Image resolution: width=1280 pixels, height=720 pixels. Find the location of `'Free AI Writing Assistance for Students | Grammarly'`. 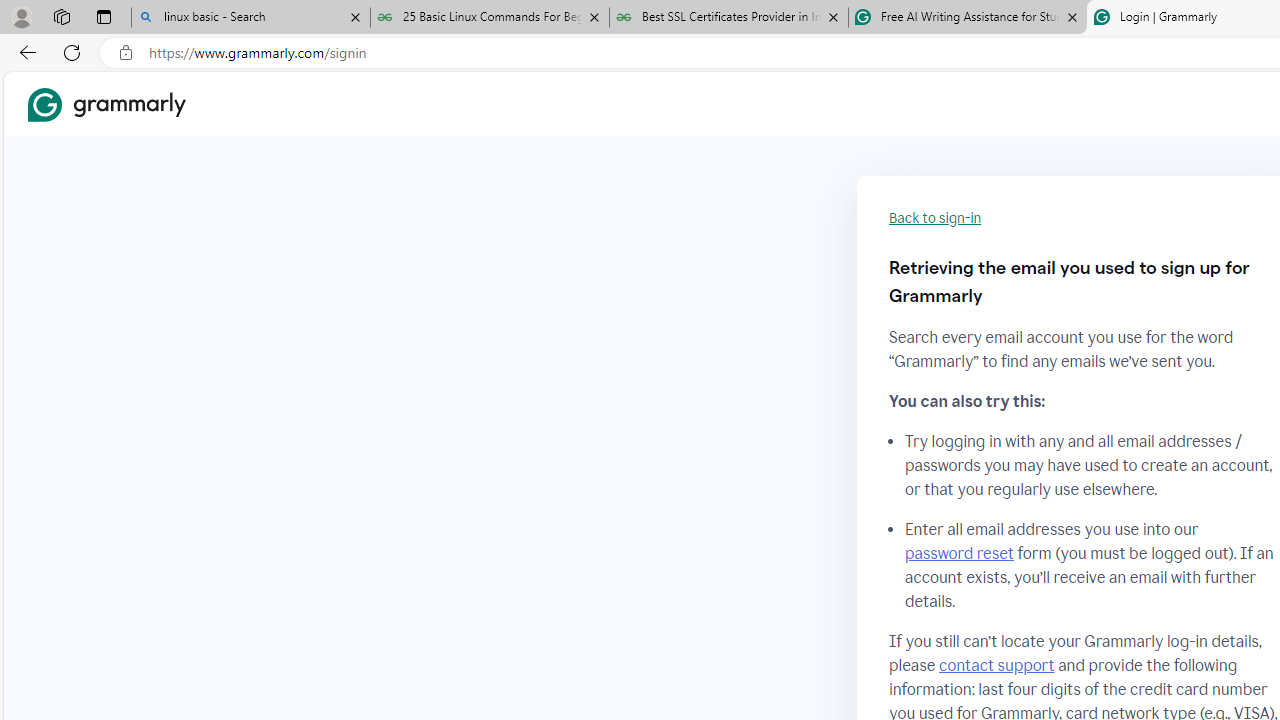

'Free AI Writing Assistance for Students | Grammarly' is located at coordinates (967, 17).